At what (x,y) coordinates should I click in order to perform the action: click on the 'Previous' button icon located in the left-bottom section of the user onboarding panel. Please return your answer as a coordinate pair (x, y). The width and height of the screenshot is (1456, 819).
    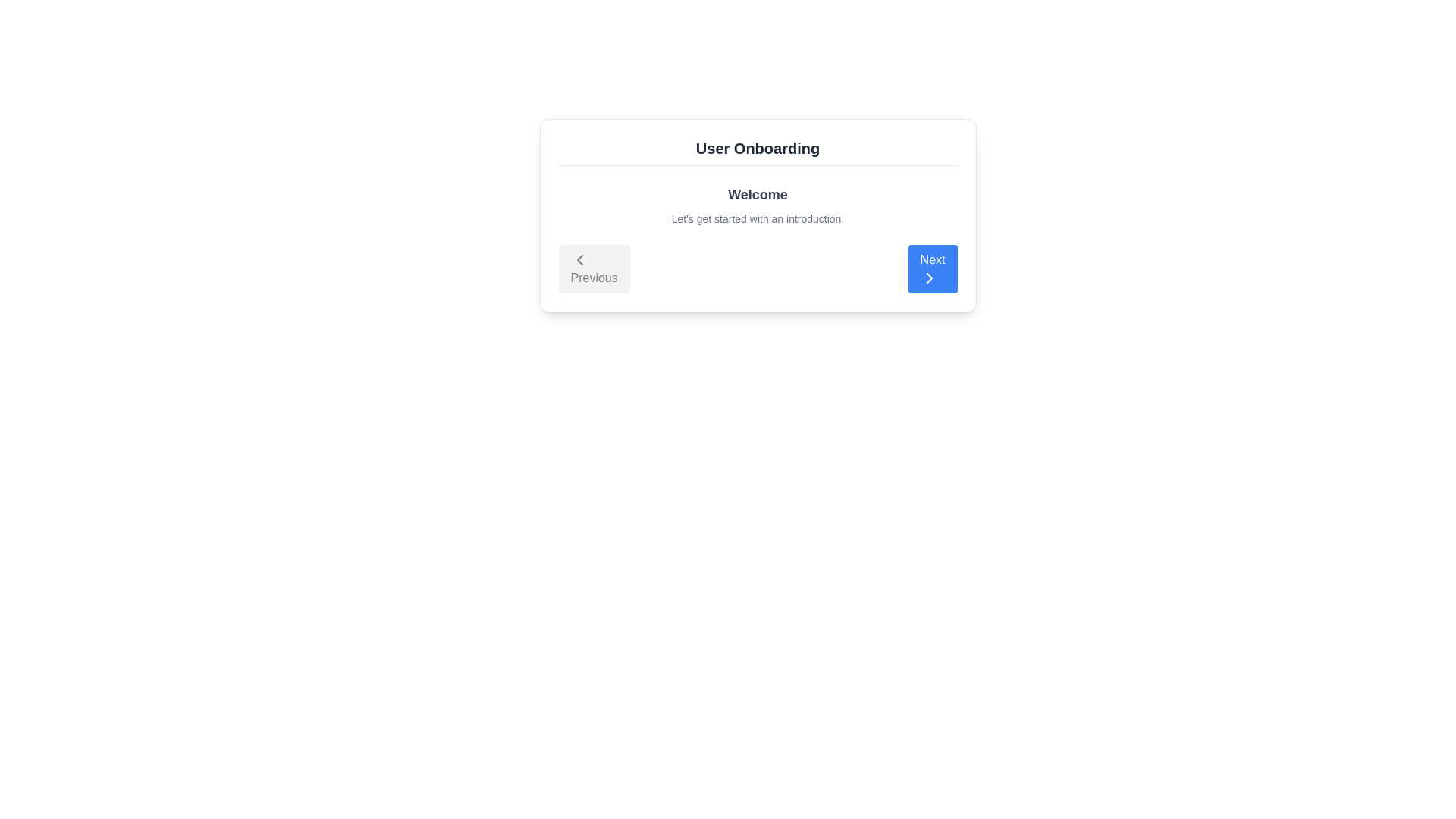
    Looking at the image, I should click on (579, 259).